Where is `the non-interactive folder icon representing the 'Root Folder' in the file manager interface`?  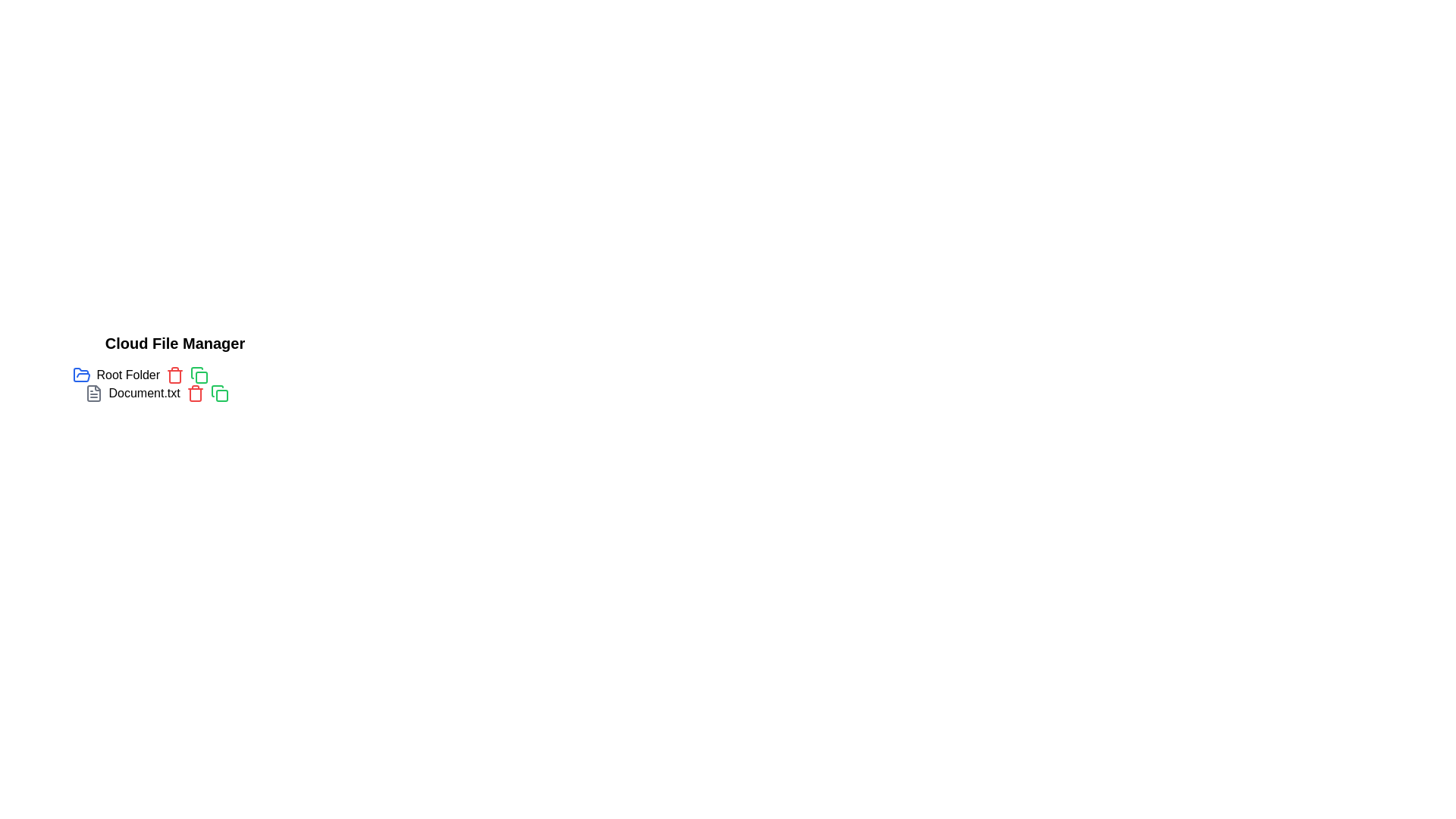 the non-interactive folder icon representing the 'Root Folder' in the file manager interface is located at coordinates (80, 375).